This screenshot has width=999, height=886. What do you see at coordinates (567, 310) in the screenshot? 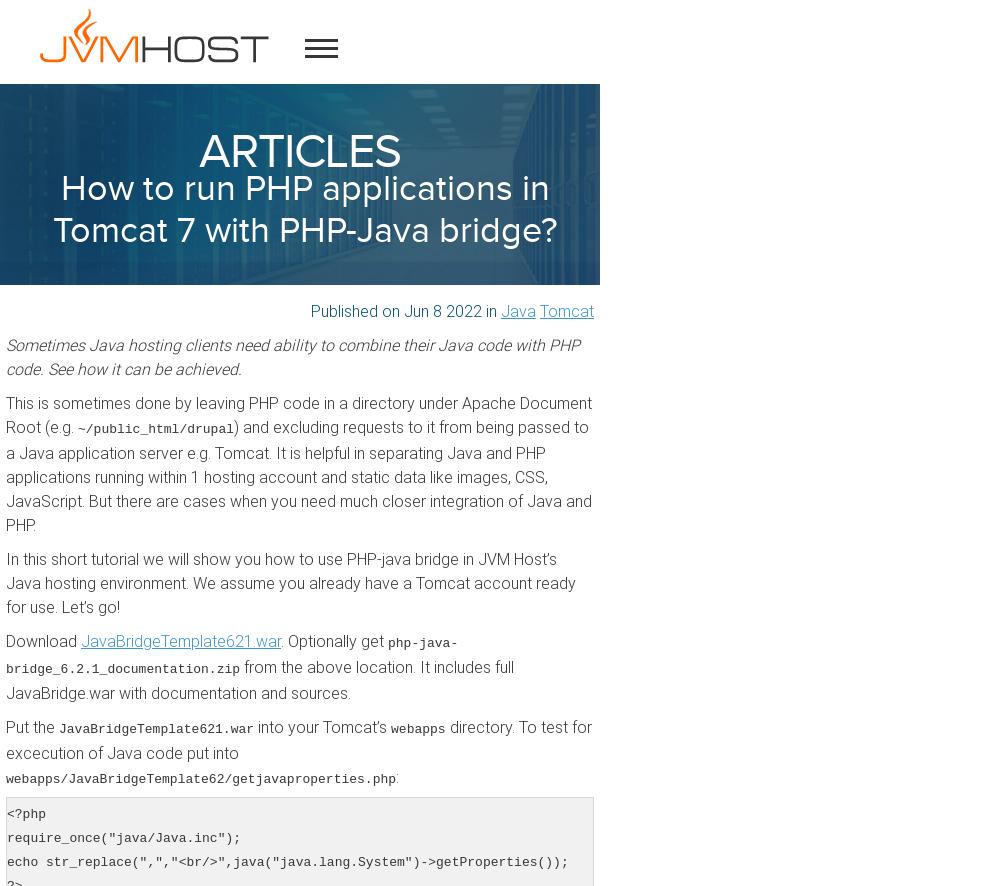
I see `'Tomcat'` at bounding box center [567, 310].